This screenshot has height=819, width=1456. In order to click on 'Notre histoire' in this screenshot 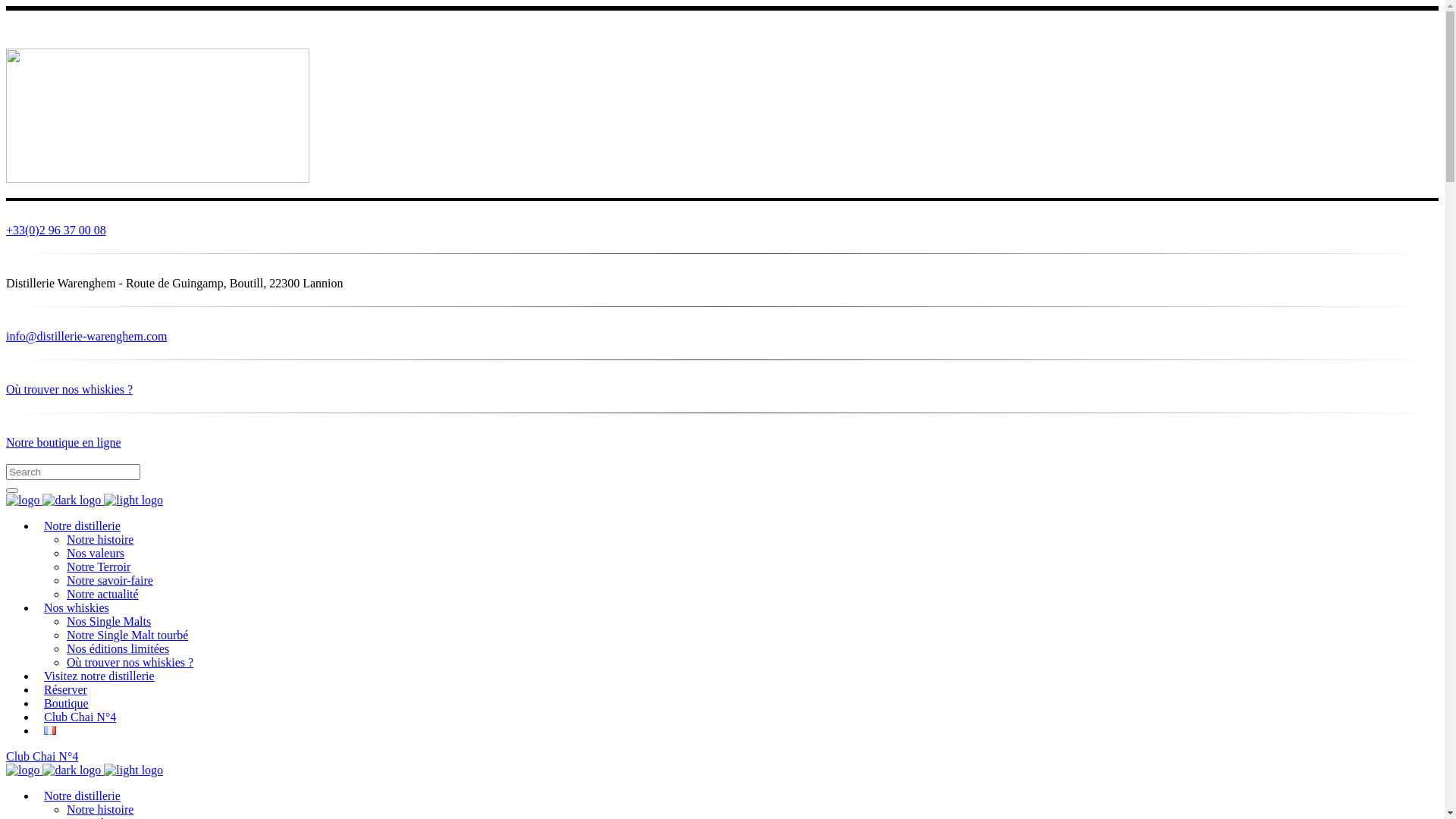, I will do `click(99, 538)`.